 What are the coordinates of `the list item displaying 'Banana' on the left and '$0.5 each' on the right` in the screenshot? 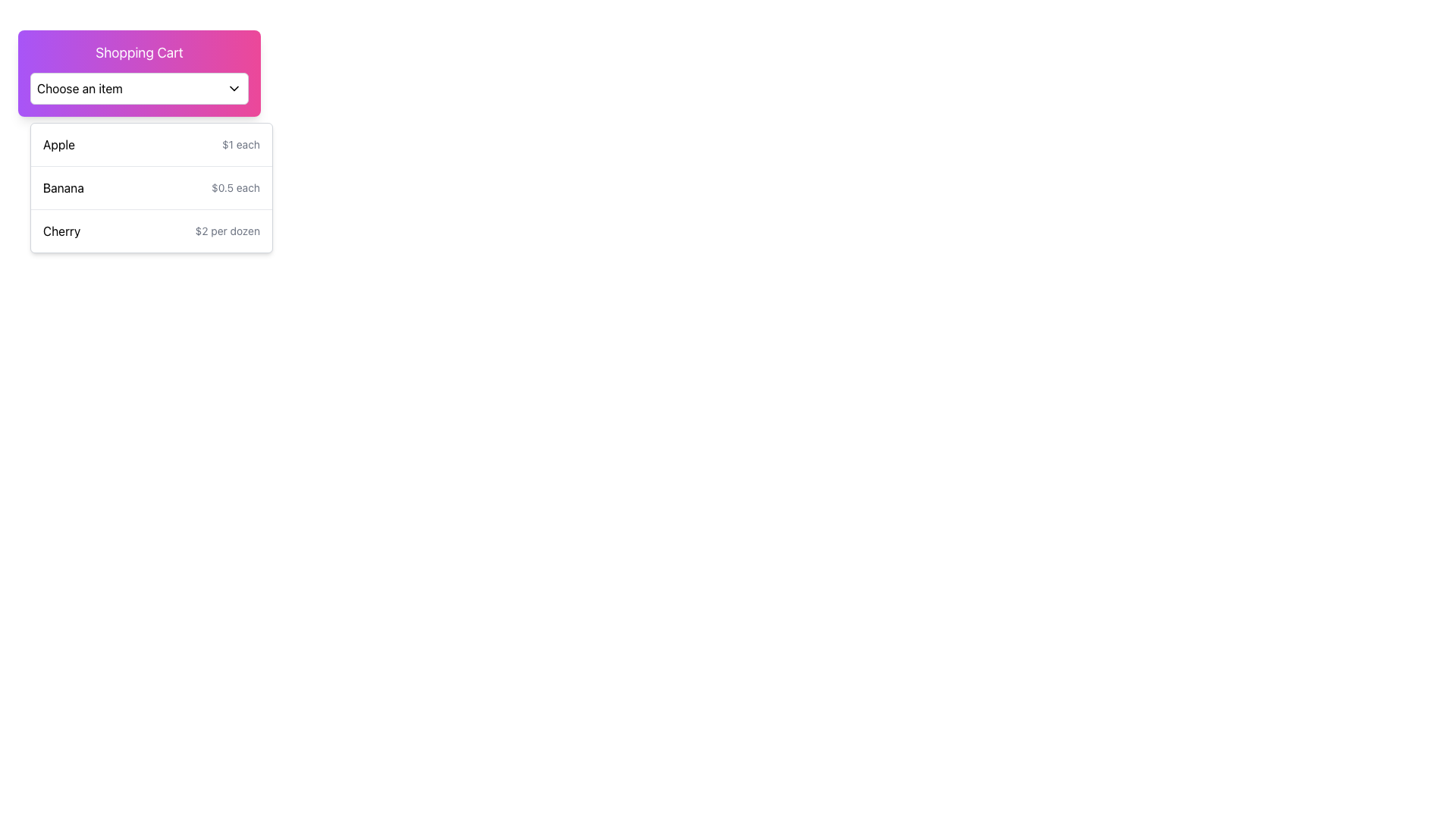 It's located at (152, 187).